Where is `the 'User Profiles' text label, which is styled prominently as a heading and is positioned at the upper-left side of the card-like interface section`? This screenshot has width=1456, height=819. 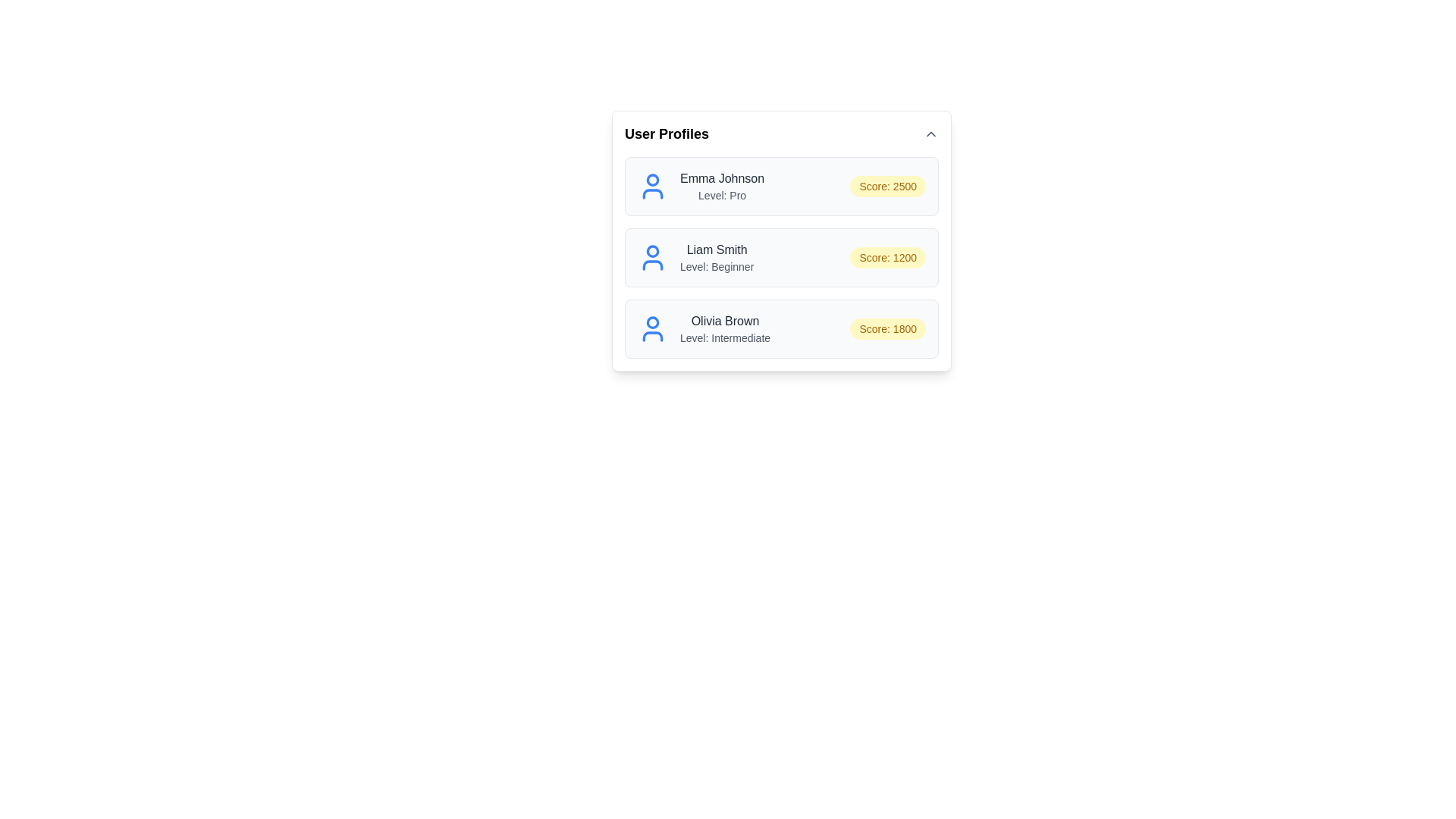 the 'User Profiles' text label, which is styled prominently as a heading and is positioned at the upper-left side of the card-like interface section is located at coordinates (667, 133).